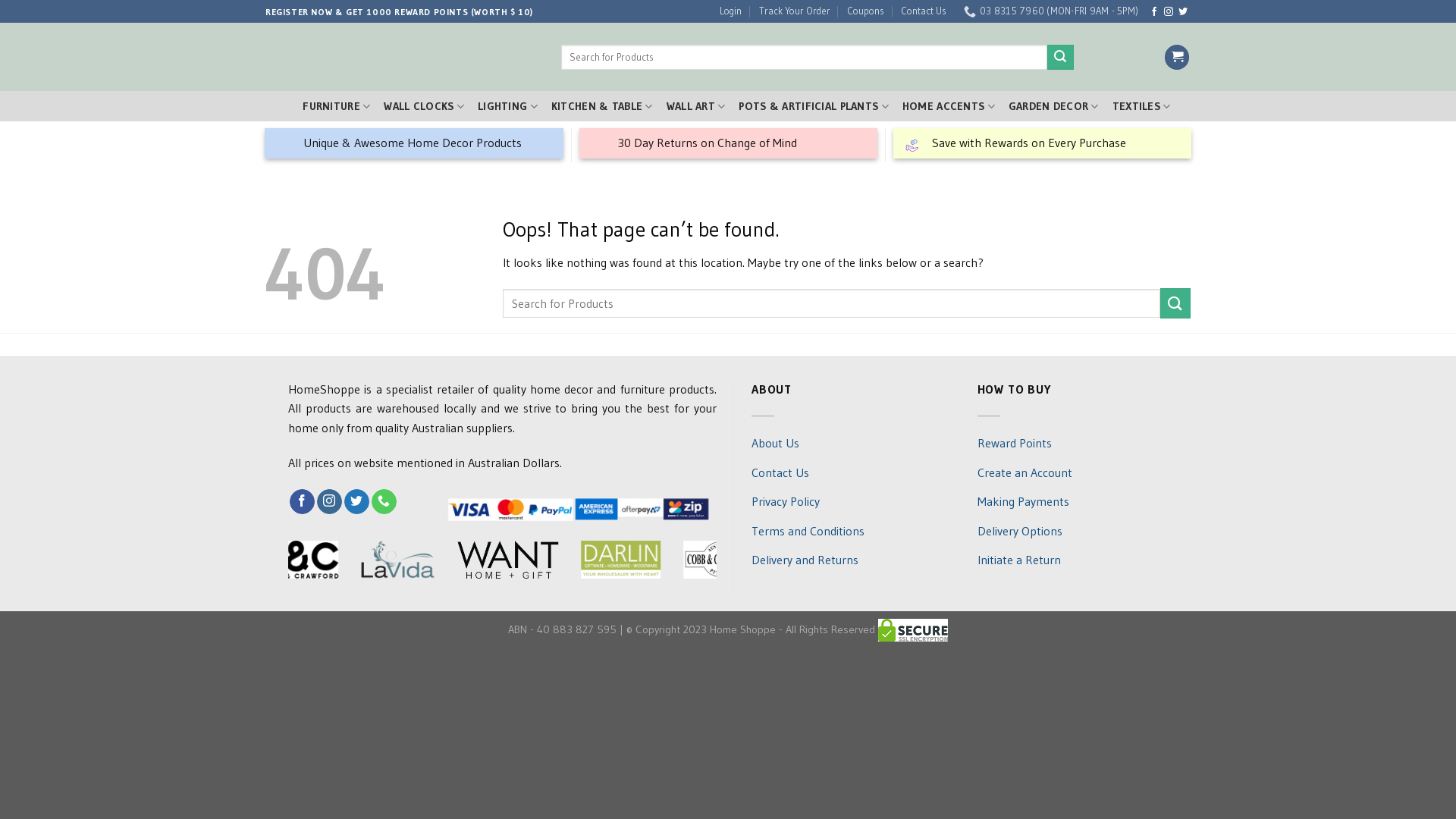  What do you see at coordinates (751, 560) in the screenshot?
I see `'Delivery and Returns'` at bounding box center [751, 560].